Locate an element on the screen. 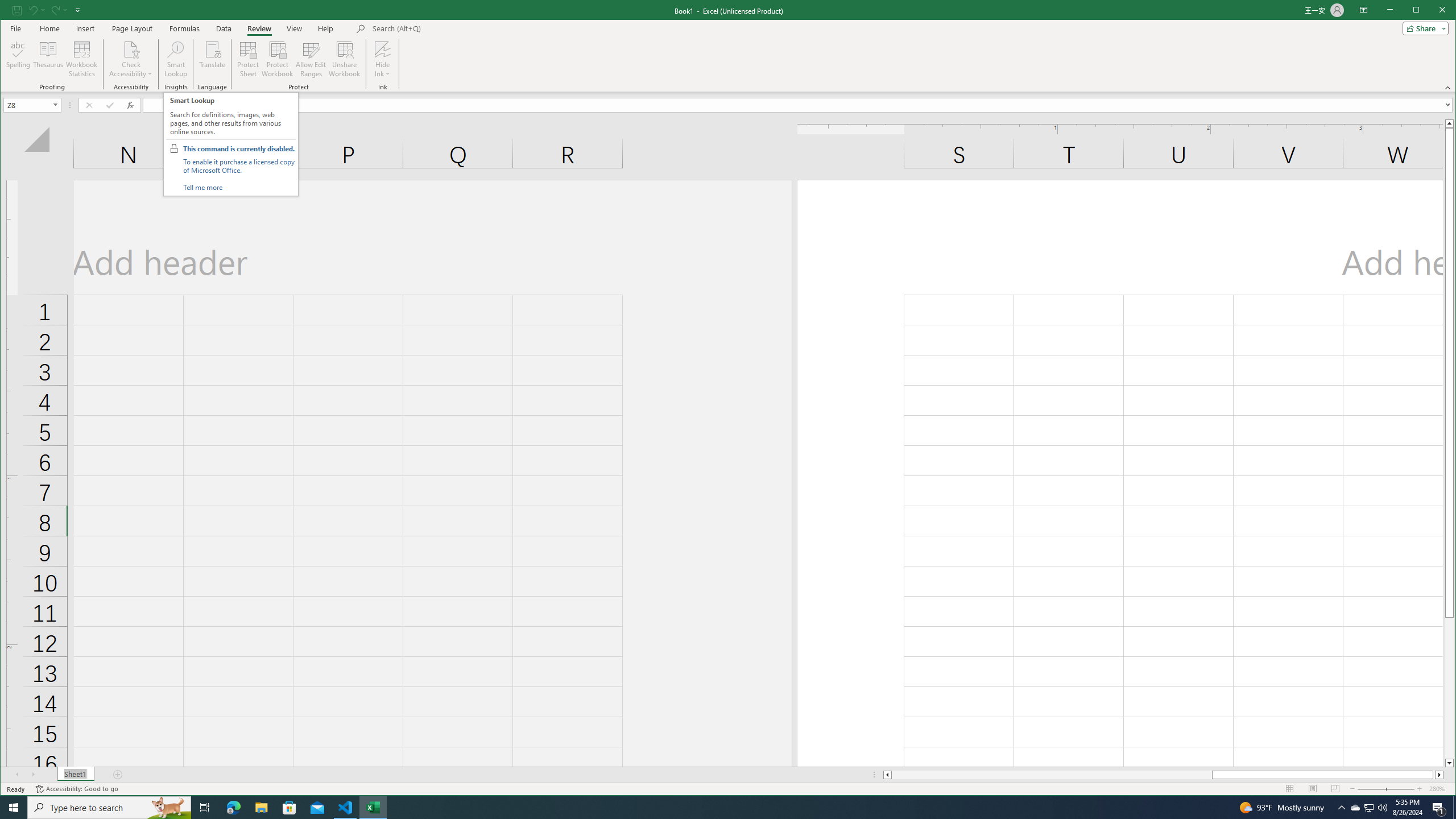 The image size is (1456, 819). 'Translate' is located at coordinates (212, 59).